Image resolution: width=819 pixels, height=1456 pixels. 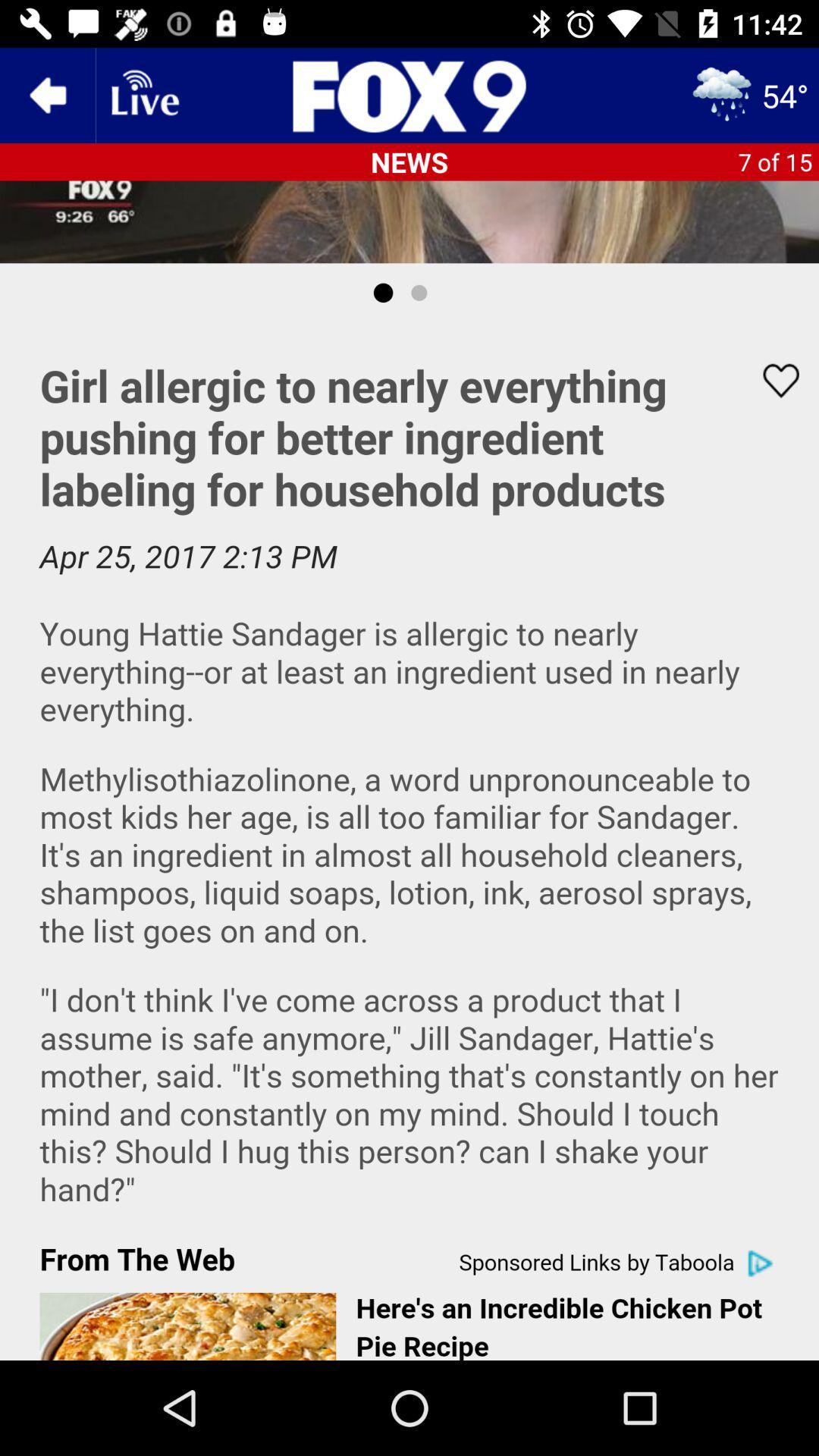 I want to click on description page, so click(x=409, y=840).